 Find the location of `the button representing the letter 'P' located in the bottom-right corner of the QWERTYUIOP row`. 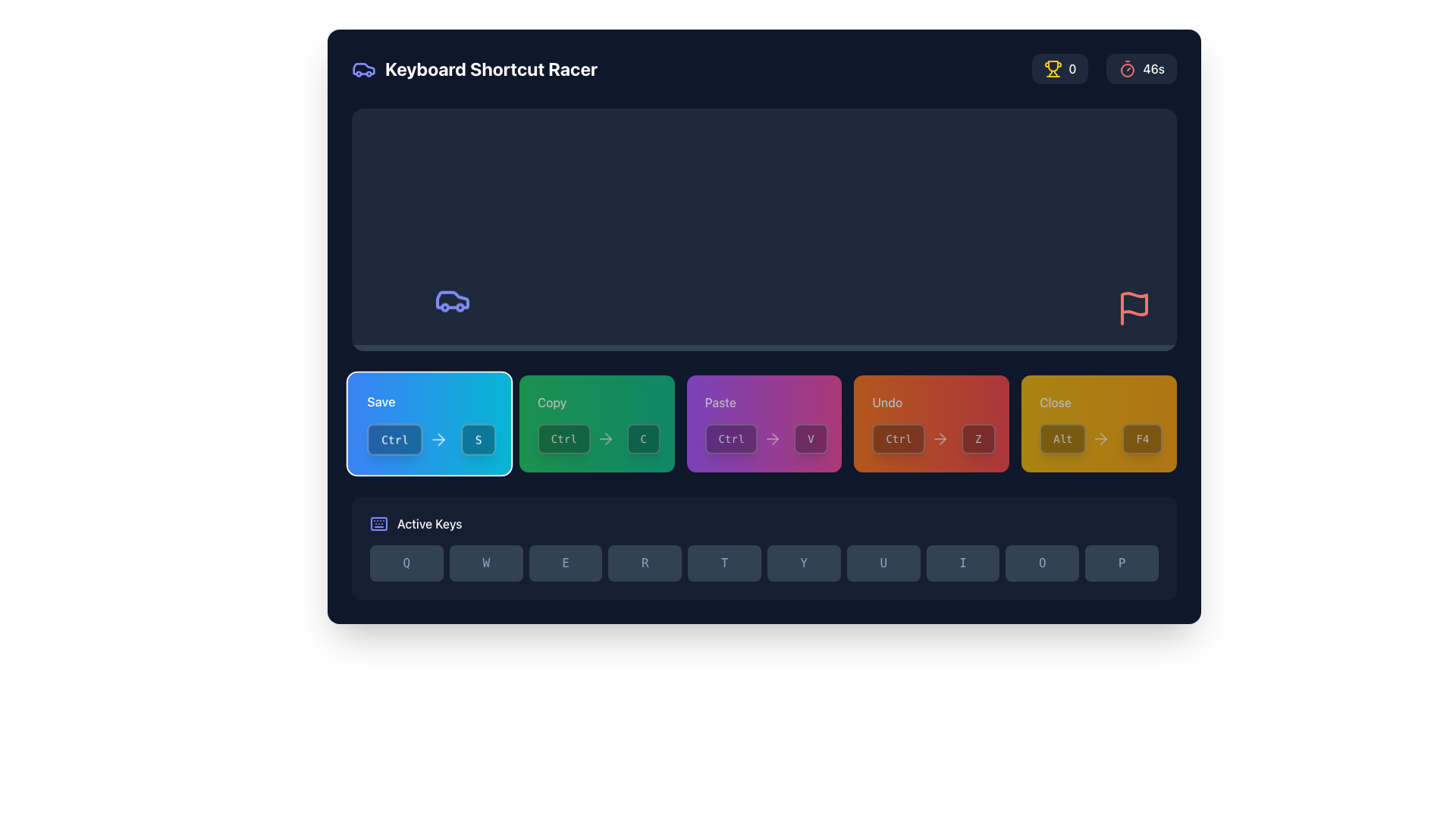

the button representing the letter 'P' located in the bottom-right corner of the QWERTYUIOP row is located at coordinates (1122, 563).